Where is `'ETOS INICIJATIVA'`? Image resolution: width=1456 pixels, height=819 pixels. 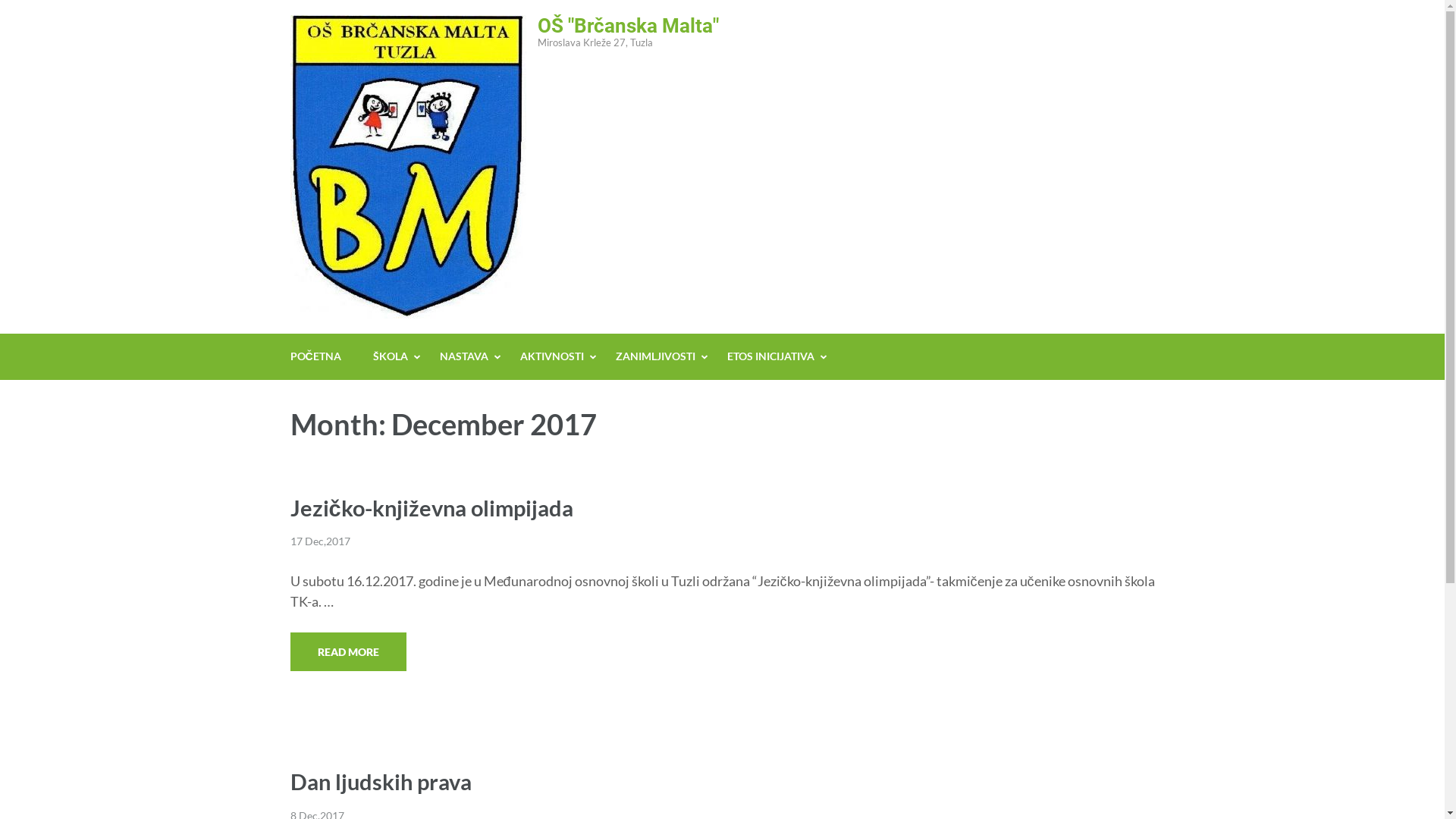
'ETOS INICIJATIVA' is located at coordinates (770, 356).